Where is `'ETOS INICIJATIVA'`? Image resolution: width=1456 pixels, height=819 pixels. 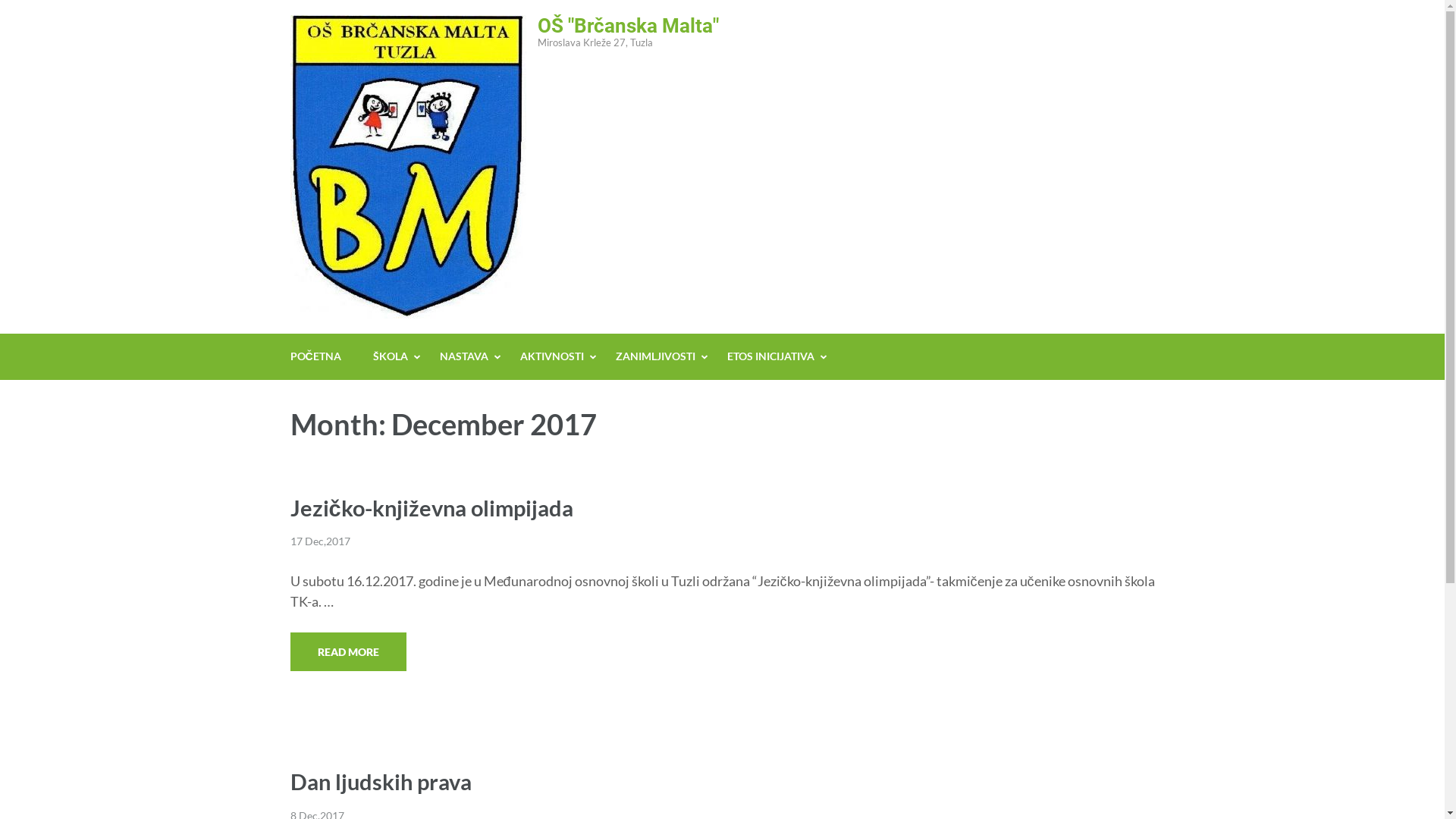
'ETOS INICIJATIVA' is located at coordinates (770, 356).